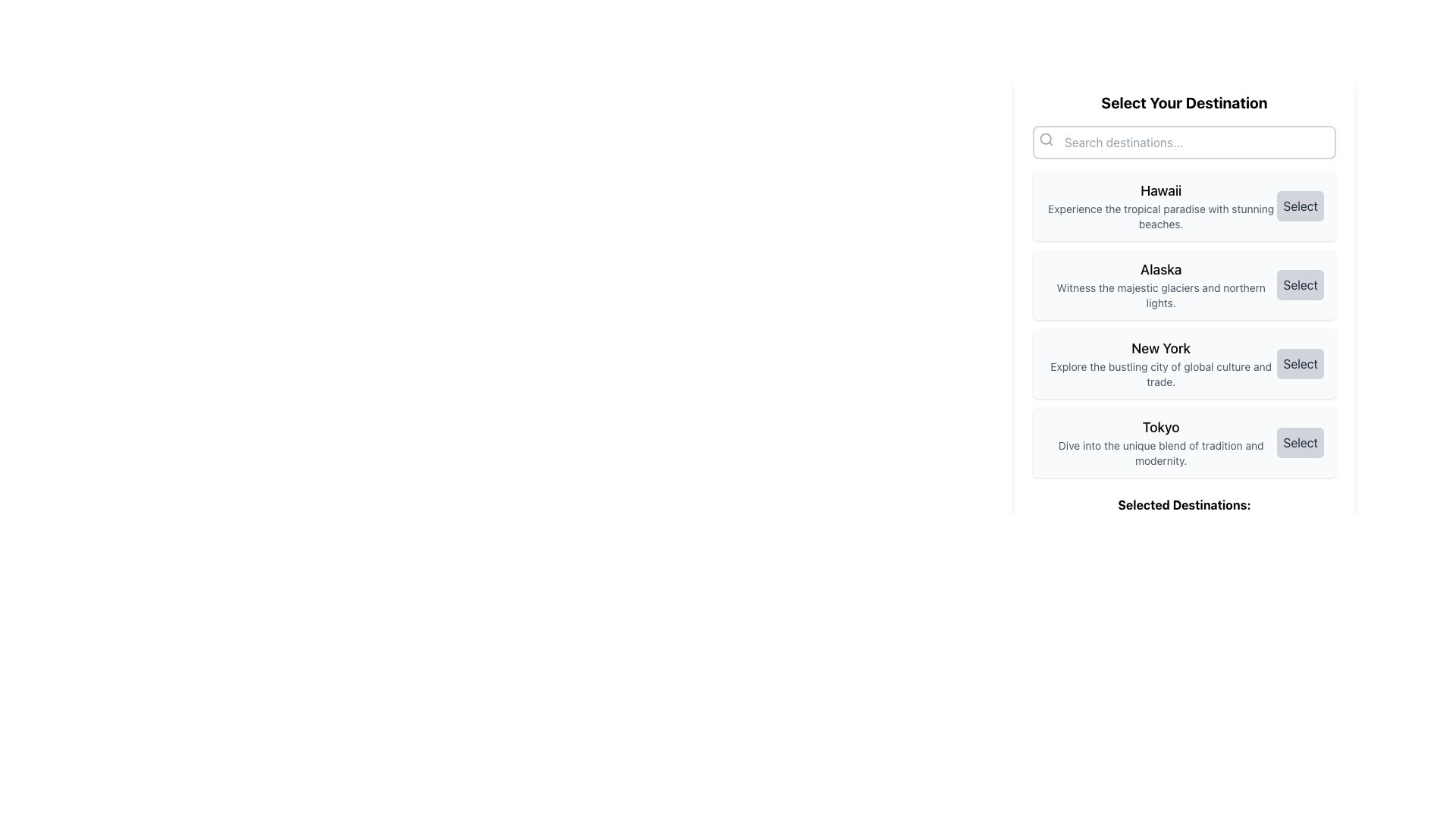 The image size is (1456, 819). I want to click on the descriptive text label for the destination "Hawaii", which is located below the search bar and above the "Alaska" entry in the vertically stacked list of destination options, so click(1160, 206).